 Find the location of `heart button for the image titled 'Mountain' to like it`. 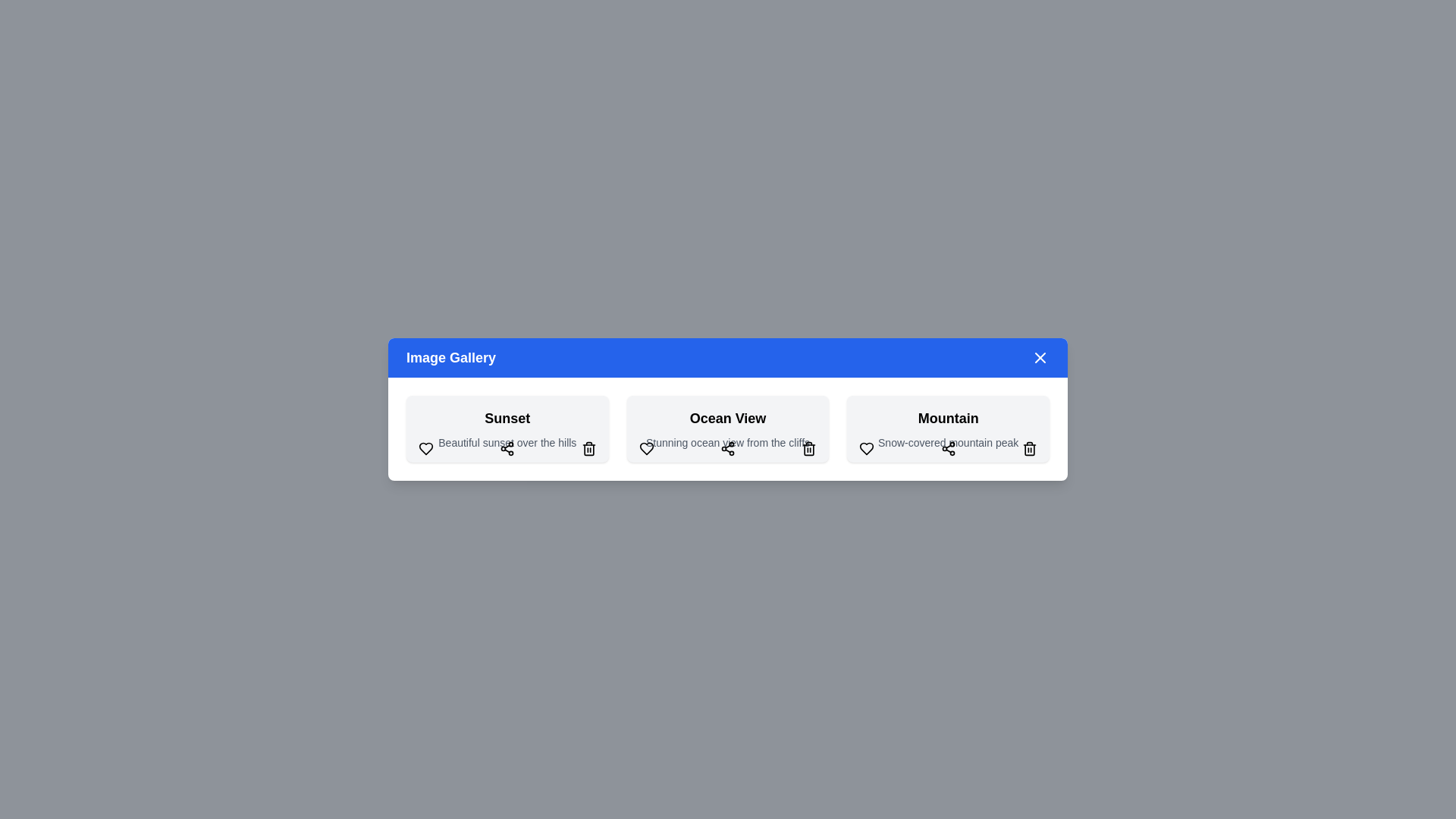

heart button for the image titled 'Mountain' to like it is located at coordinates (866, 447).